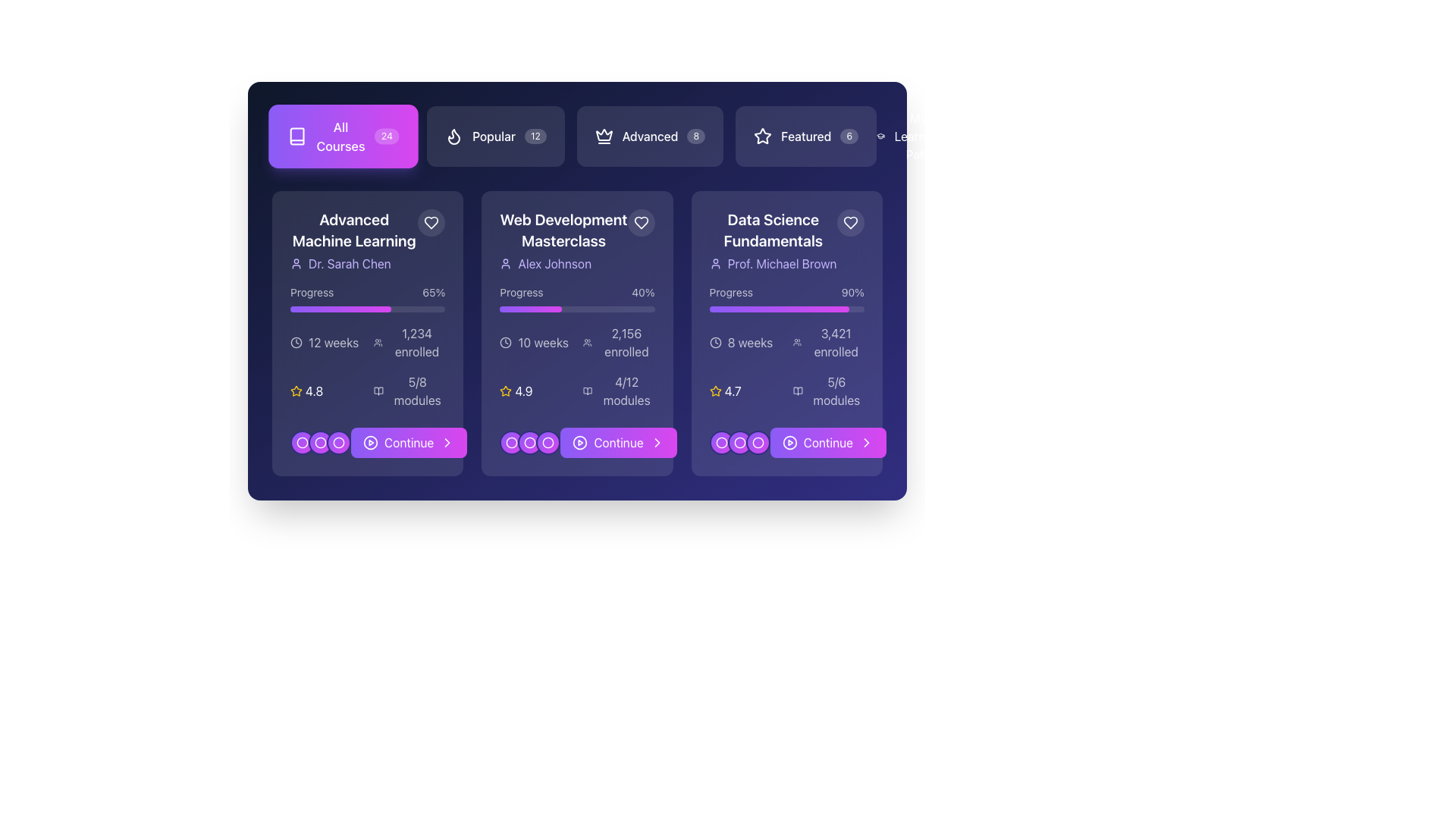  I want to click on the second circular pagination indicator located at the bottom of the 'Data Science Fundamentals' card, so click(739, 442).